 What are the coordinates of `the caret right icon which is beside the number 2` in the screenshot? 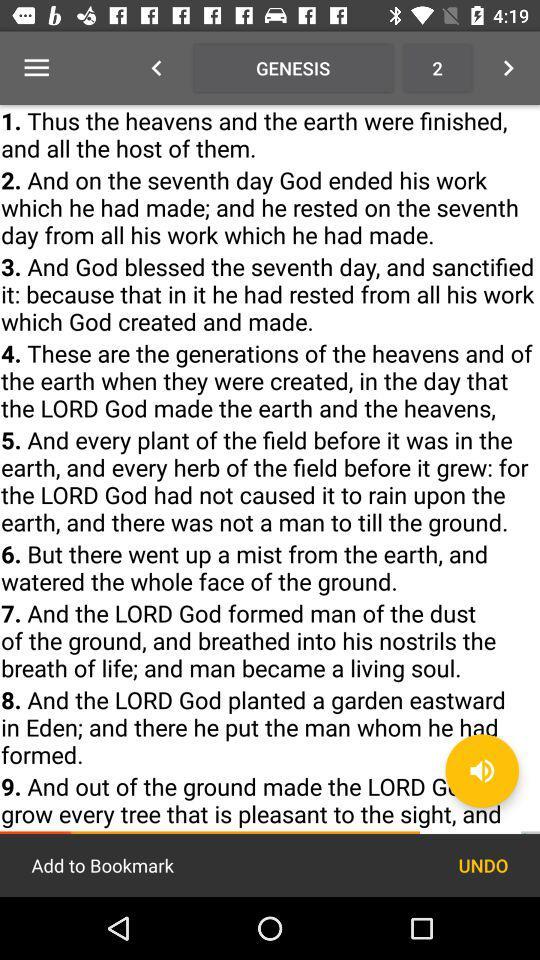 It's located at (508, 68).